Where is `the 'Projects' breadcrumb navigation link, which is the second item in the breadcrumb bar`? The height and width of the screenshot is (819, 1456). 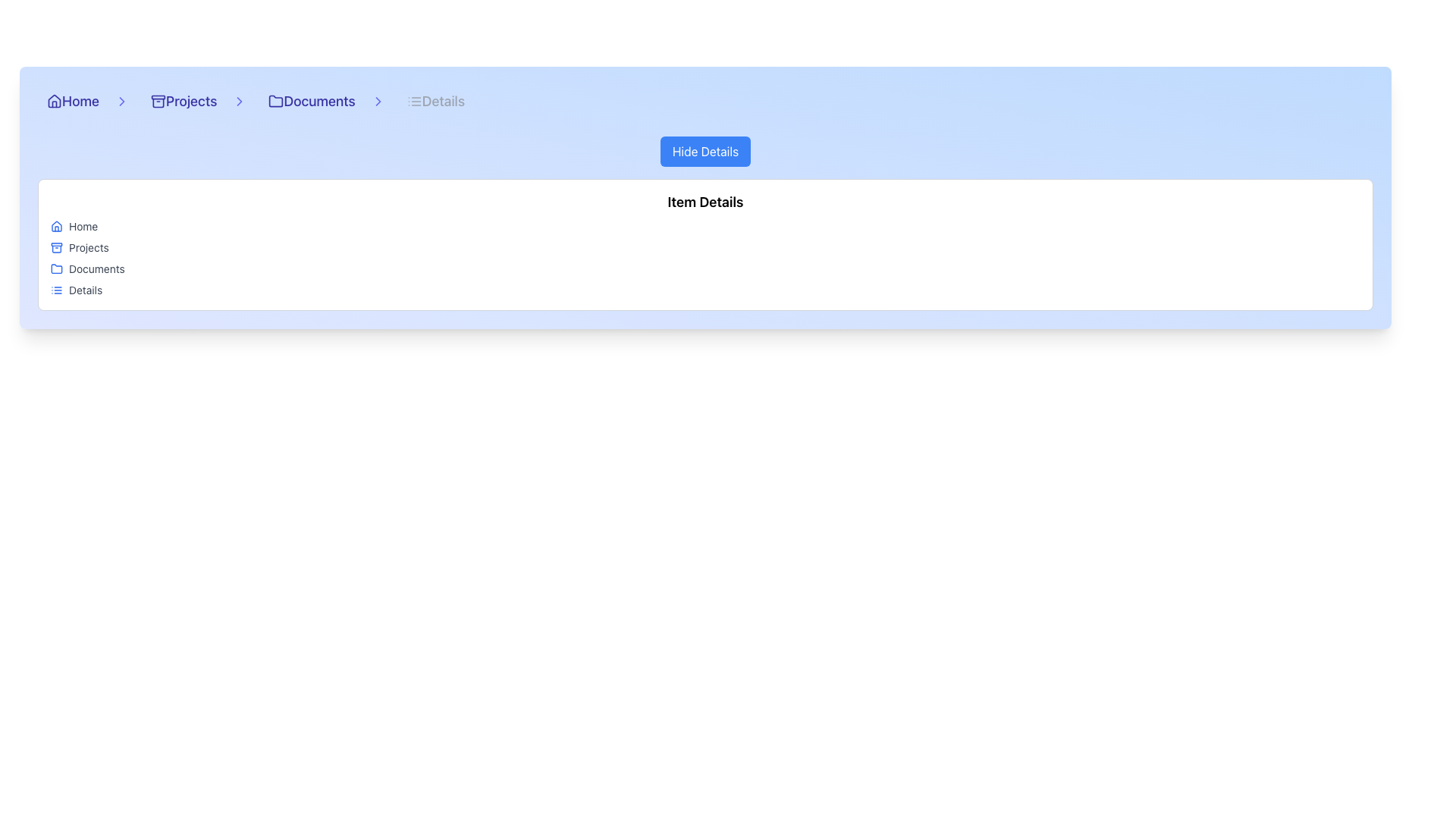 the 'Projects' breadcrumb navigation link, which is the second item in the breadcrumb bar is located at coordinates (193, 102).